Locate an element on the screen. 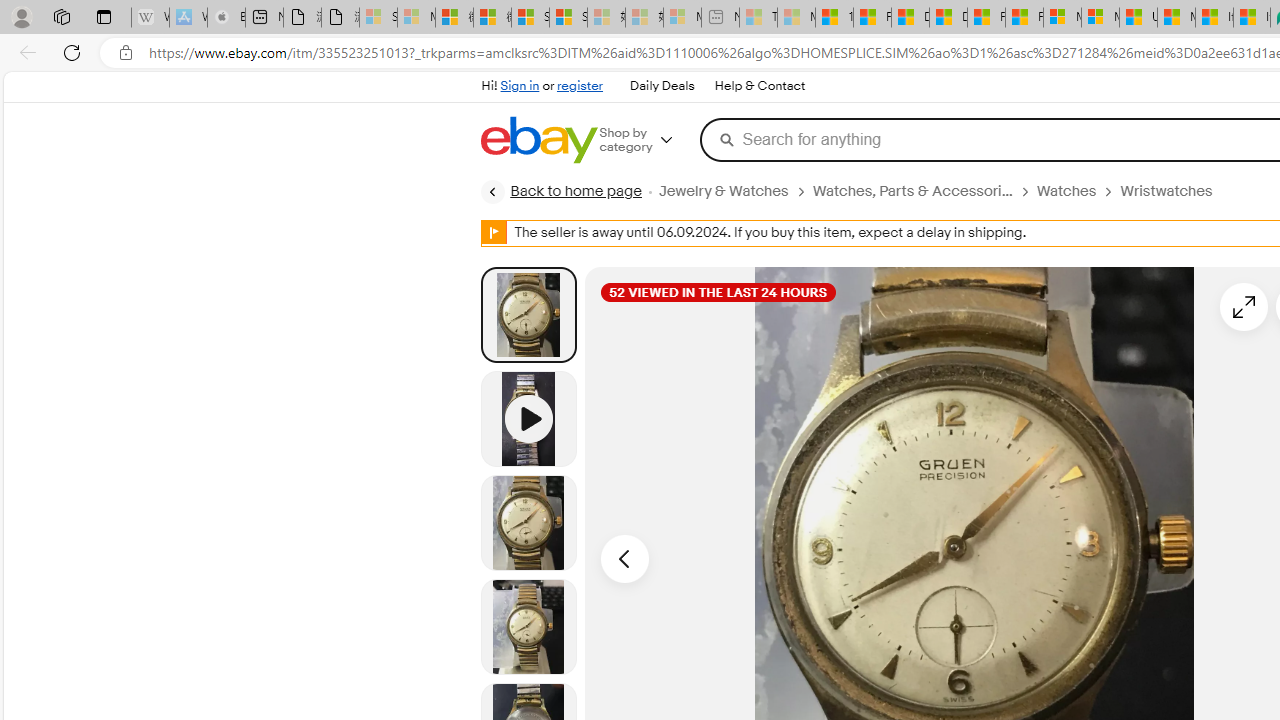  'Watches' is located at coordinates (1065, 191).